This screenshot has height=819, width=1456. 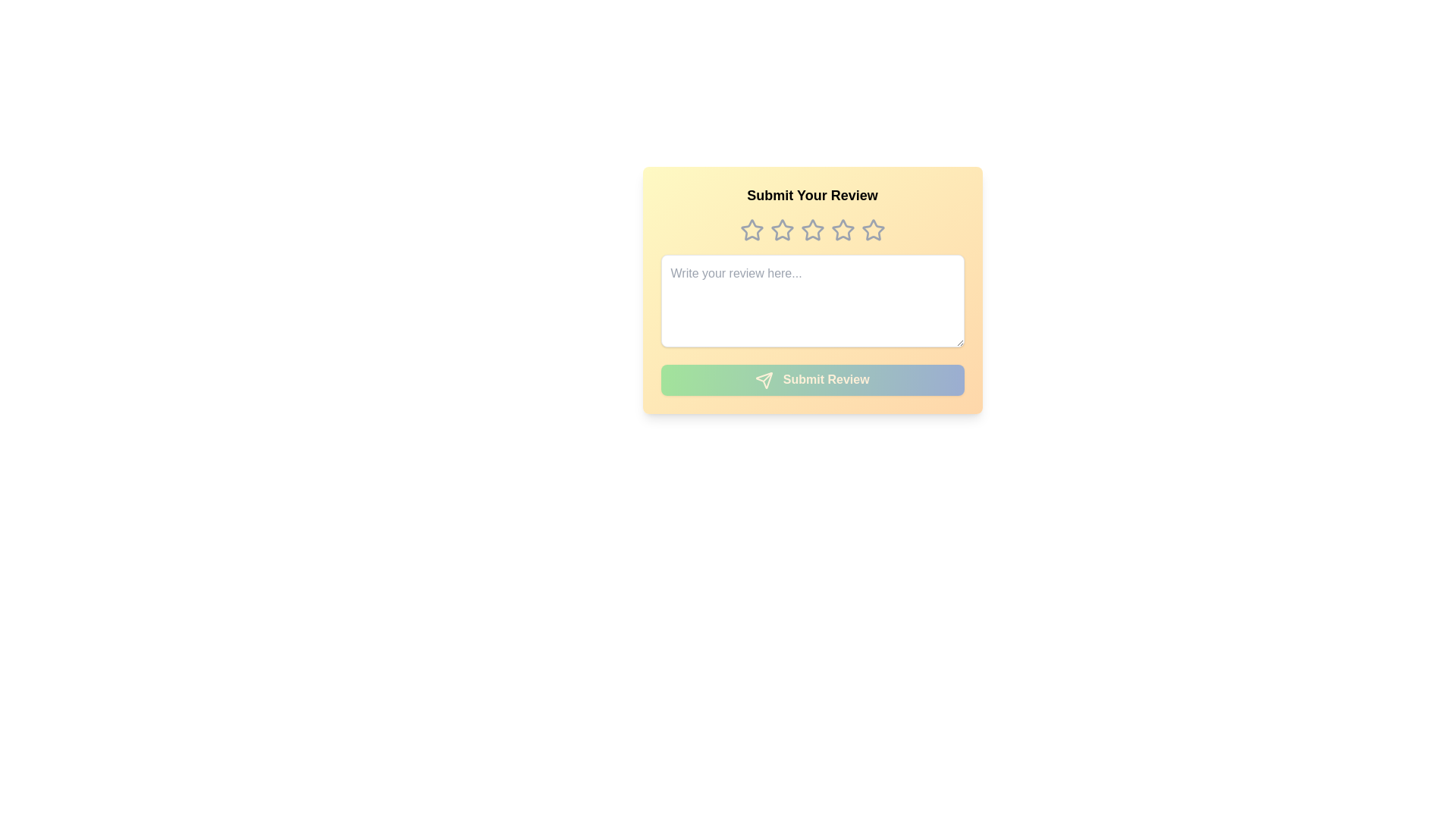 What do you see at coordinates (751, 230) in the screenshot?
I see `the first star icon in the rating area above the review text box` at bounding box center [751, 230].